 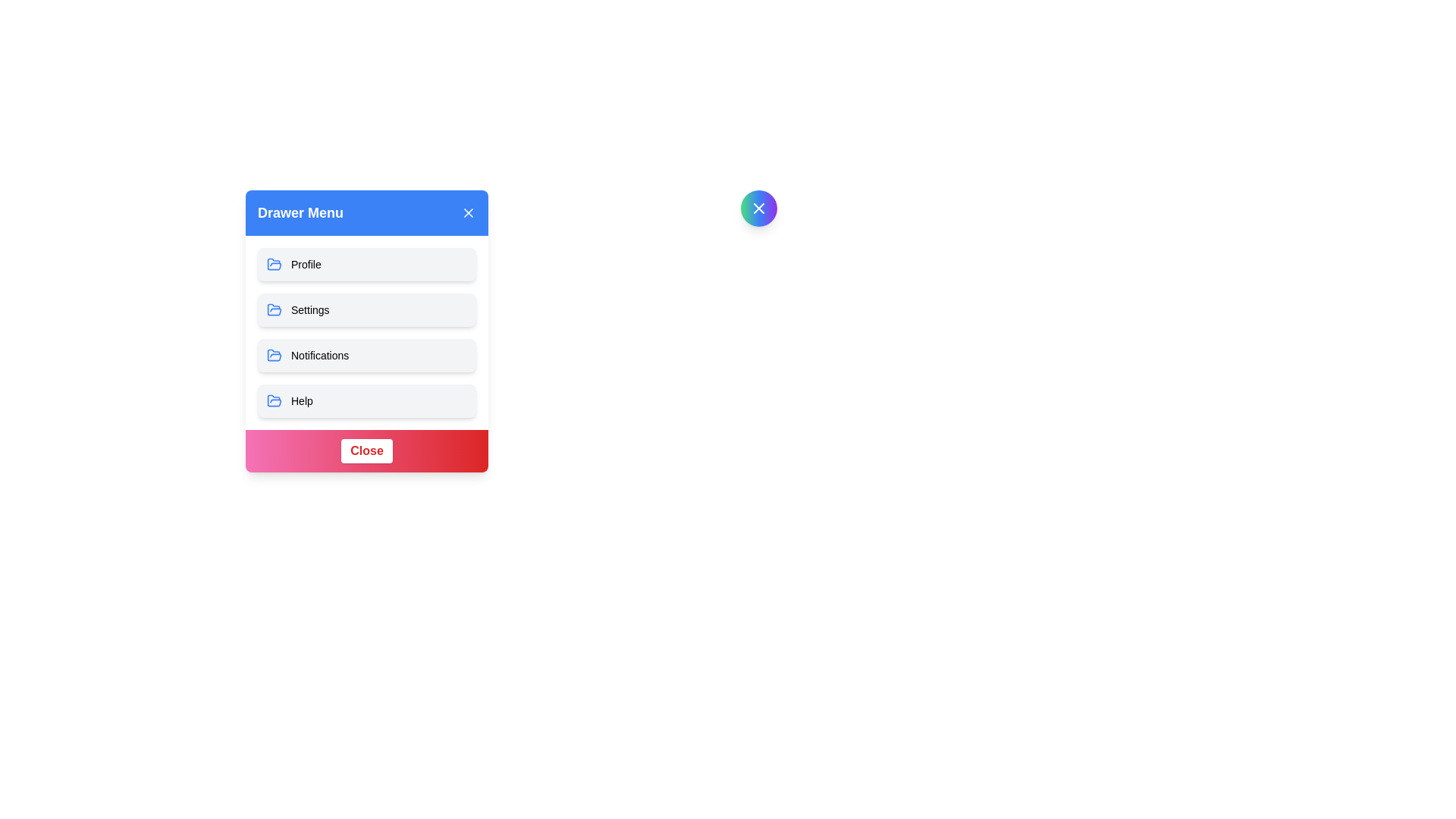 What do you see at coordinates (274, 309) in the screenshot?
I see `the first SVG icon representing a folder in the drawer menu, located next to the 'Profile' text` at bounding box center [274, 309].